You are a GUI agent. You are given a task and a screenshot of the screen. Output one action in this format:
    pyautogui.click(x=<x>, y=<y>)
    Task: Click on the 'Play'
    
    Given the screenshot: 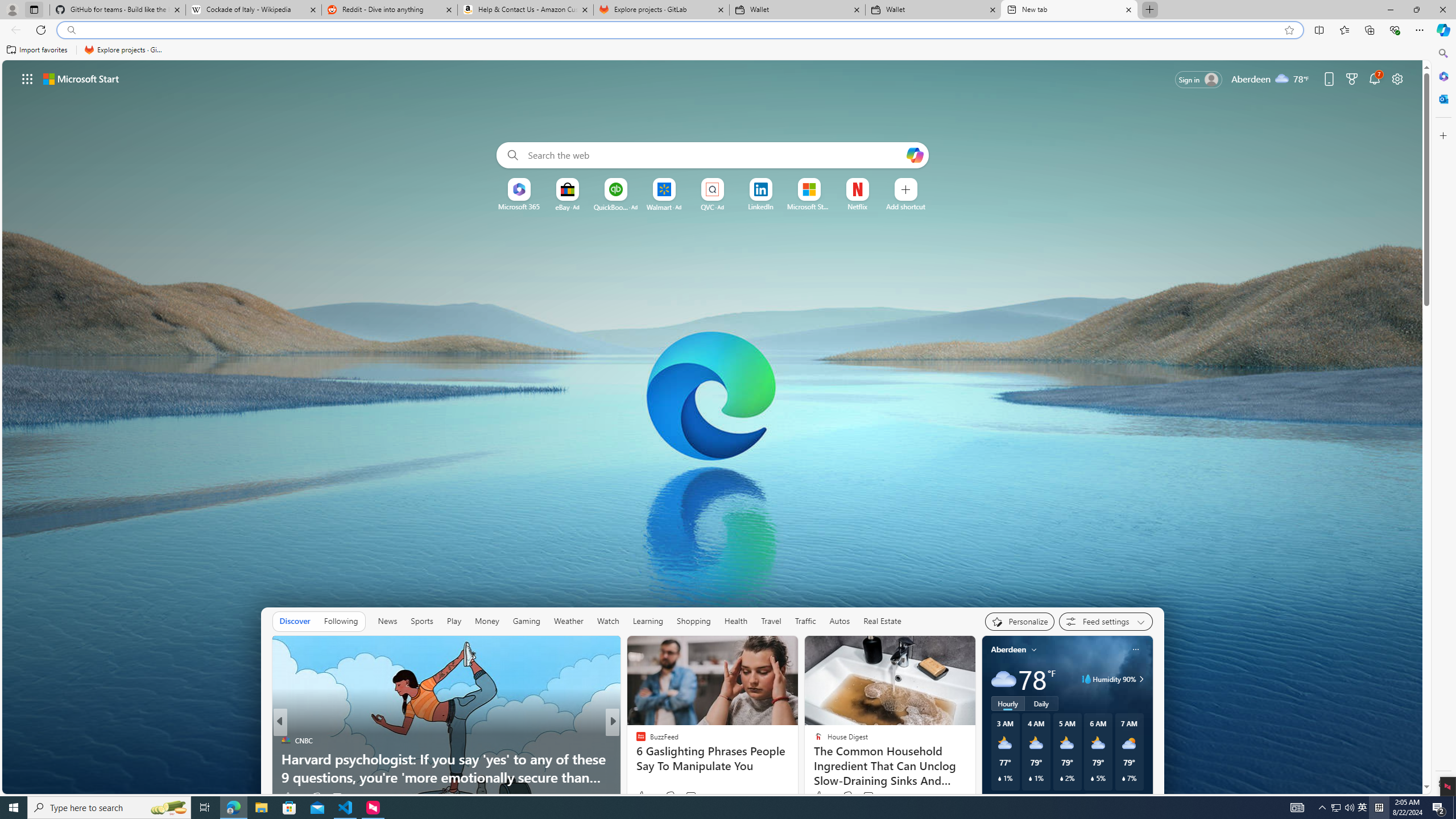 What is the action you would take?
    pyautogui.click(x=454, y=621)
    